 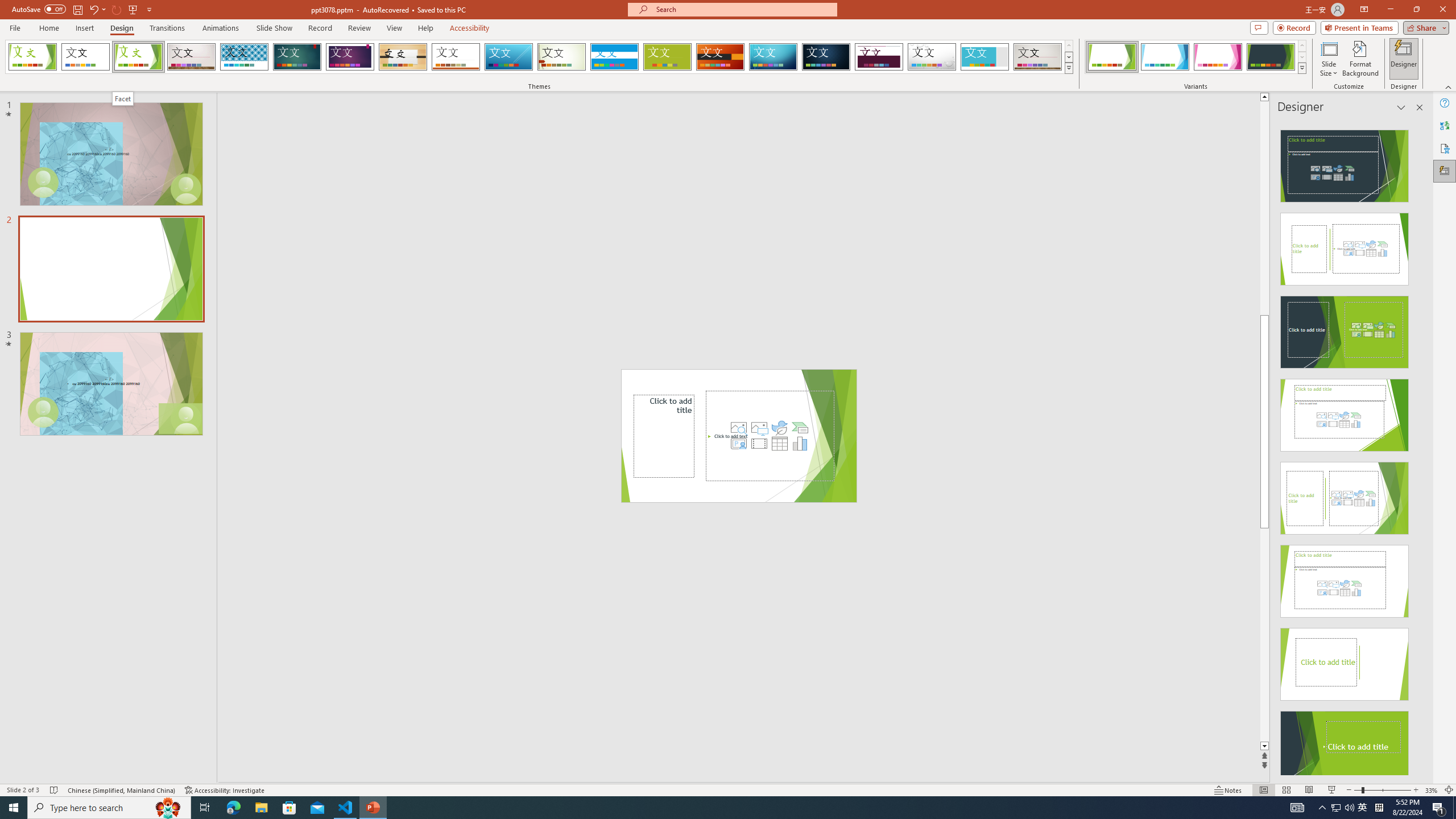 I want to click on 'Circuit', so click(x=772, y=56).